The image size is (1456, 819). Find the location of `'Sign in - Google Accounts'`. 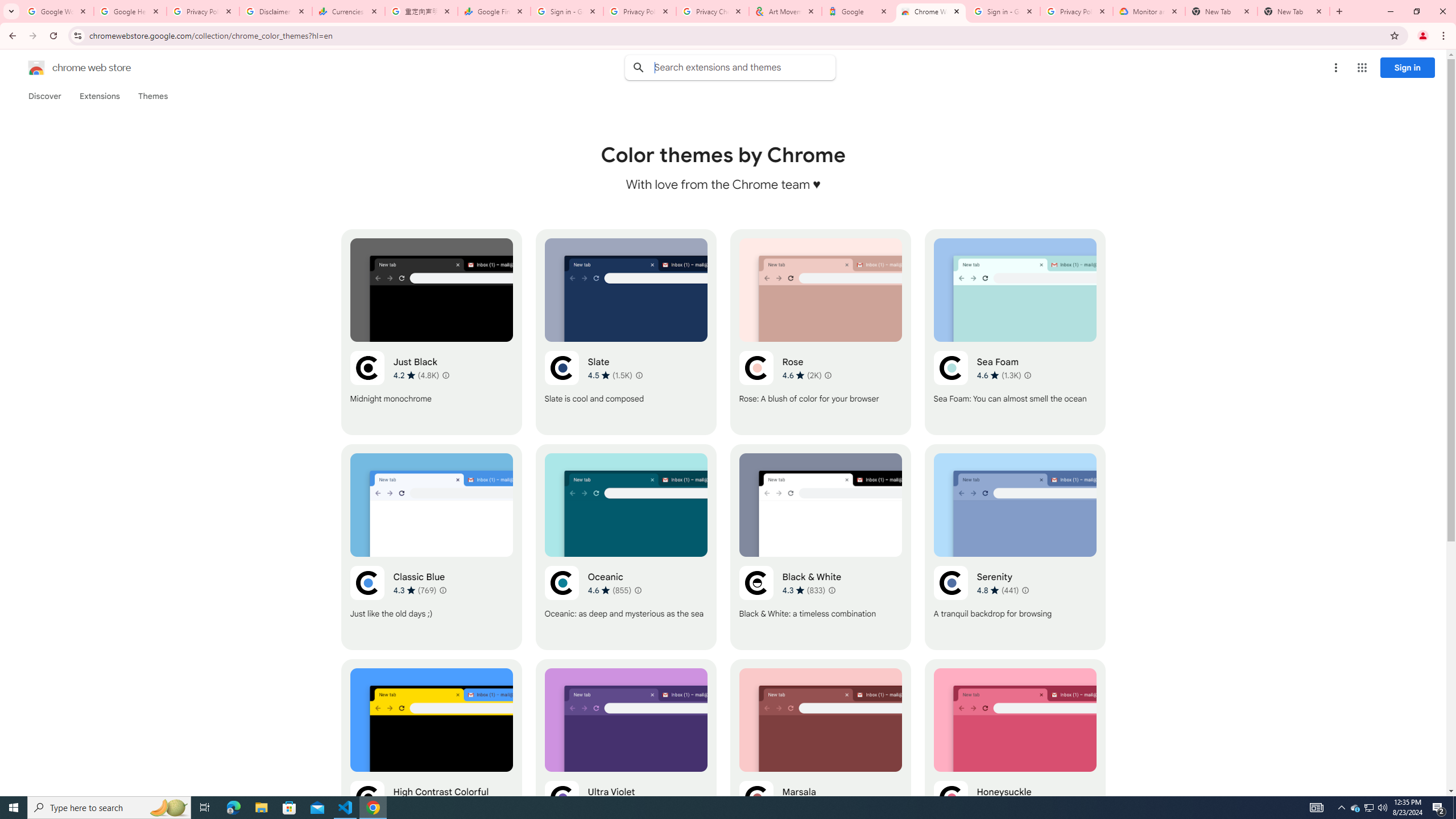

'Sign in - Google Accounts' is located at coordinates (1004, 11).